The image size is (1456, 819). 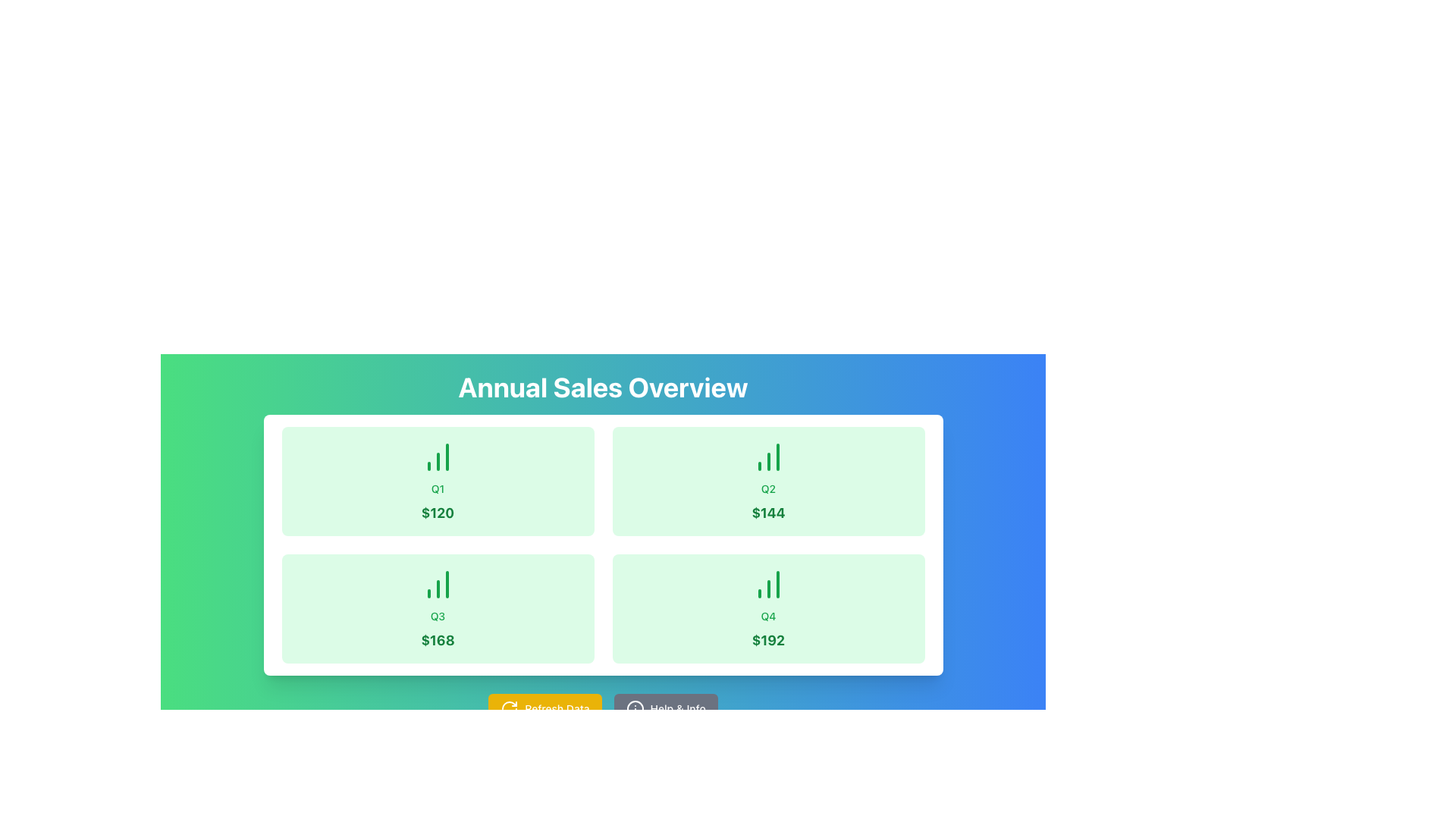 I want to click on the icon representing the first quarter sales data, located in the top-left corner of the grid above the text 'Q1' and '$120', to associate it with the Q1 data, so click(x=437, y=456).